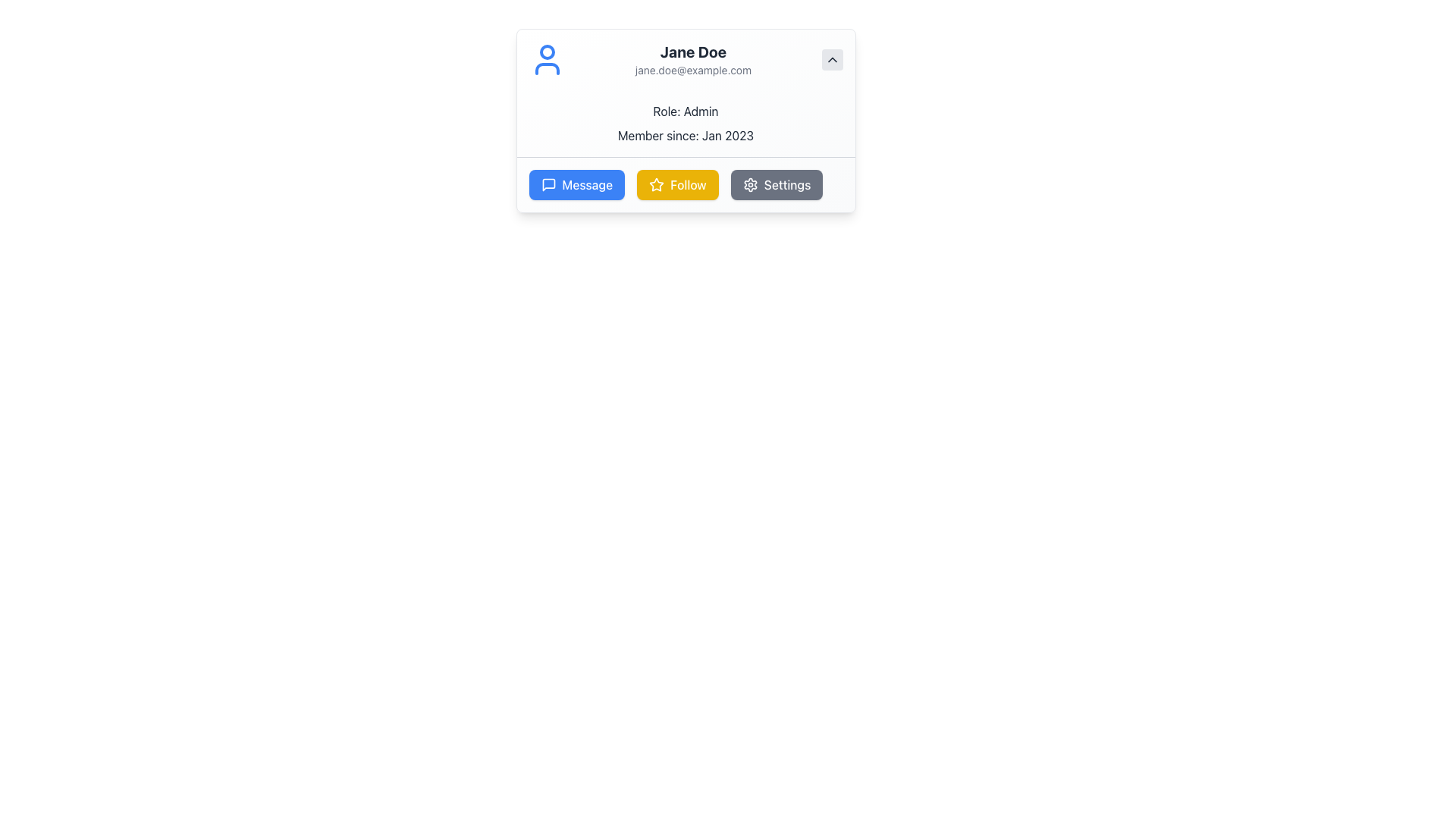 This screenshot has height=819, width=1456. Describe the element at coordinates (548, 184) in the screenshot. I see `the 'Message' button, which contains a speech bubble icon and is styled with a blue background and white text, located at the bottom of the user profile card` at that location.